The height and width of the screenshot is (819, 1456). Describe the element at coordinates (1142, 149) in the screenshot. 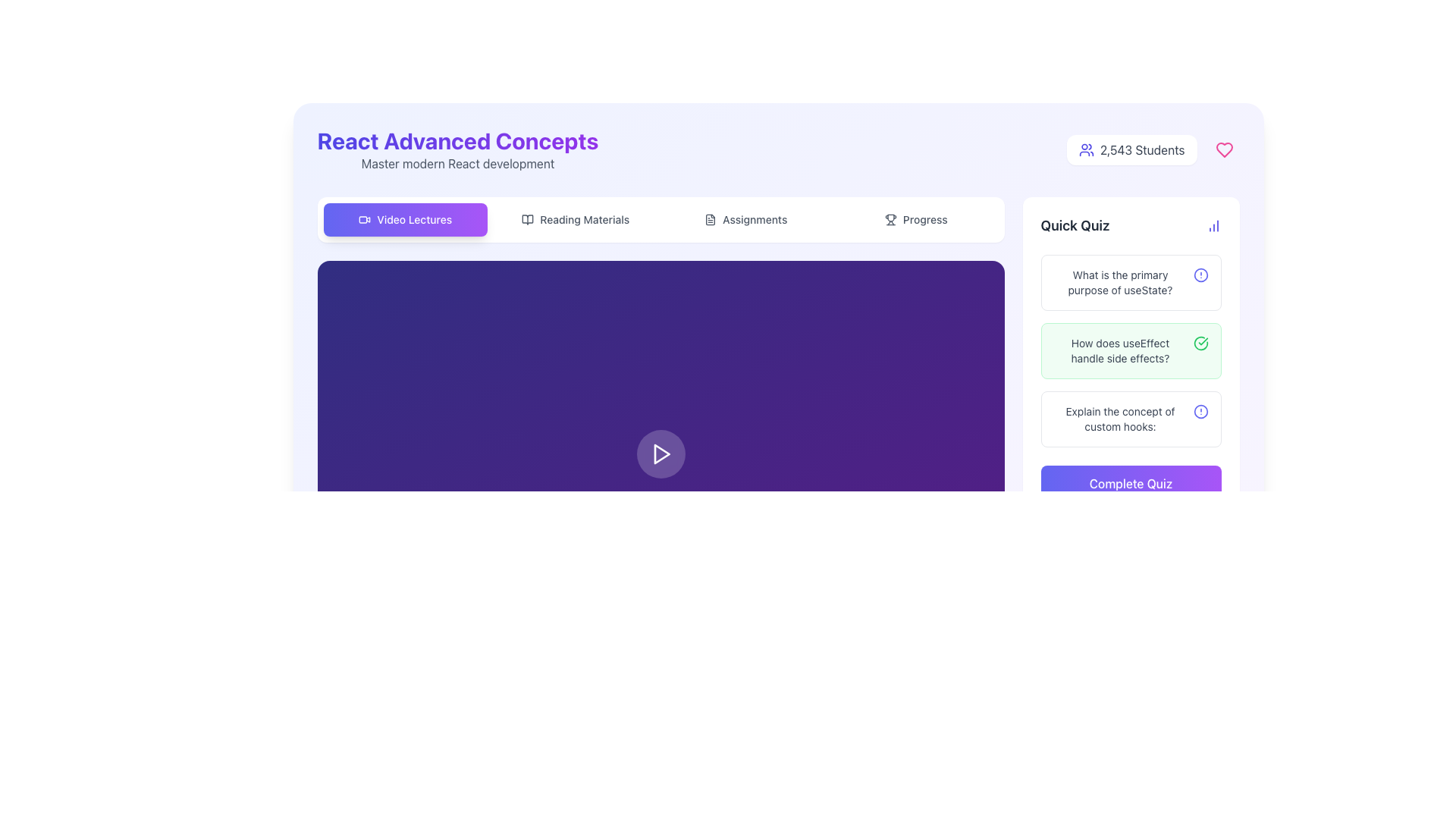

I see `the Static Text Label displaying the number of students associated with the content or course, located in the top right section of the interface, inside a white rounded rectangle` at that location.